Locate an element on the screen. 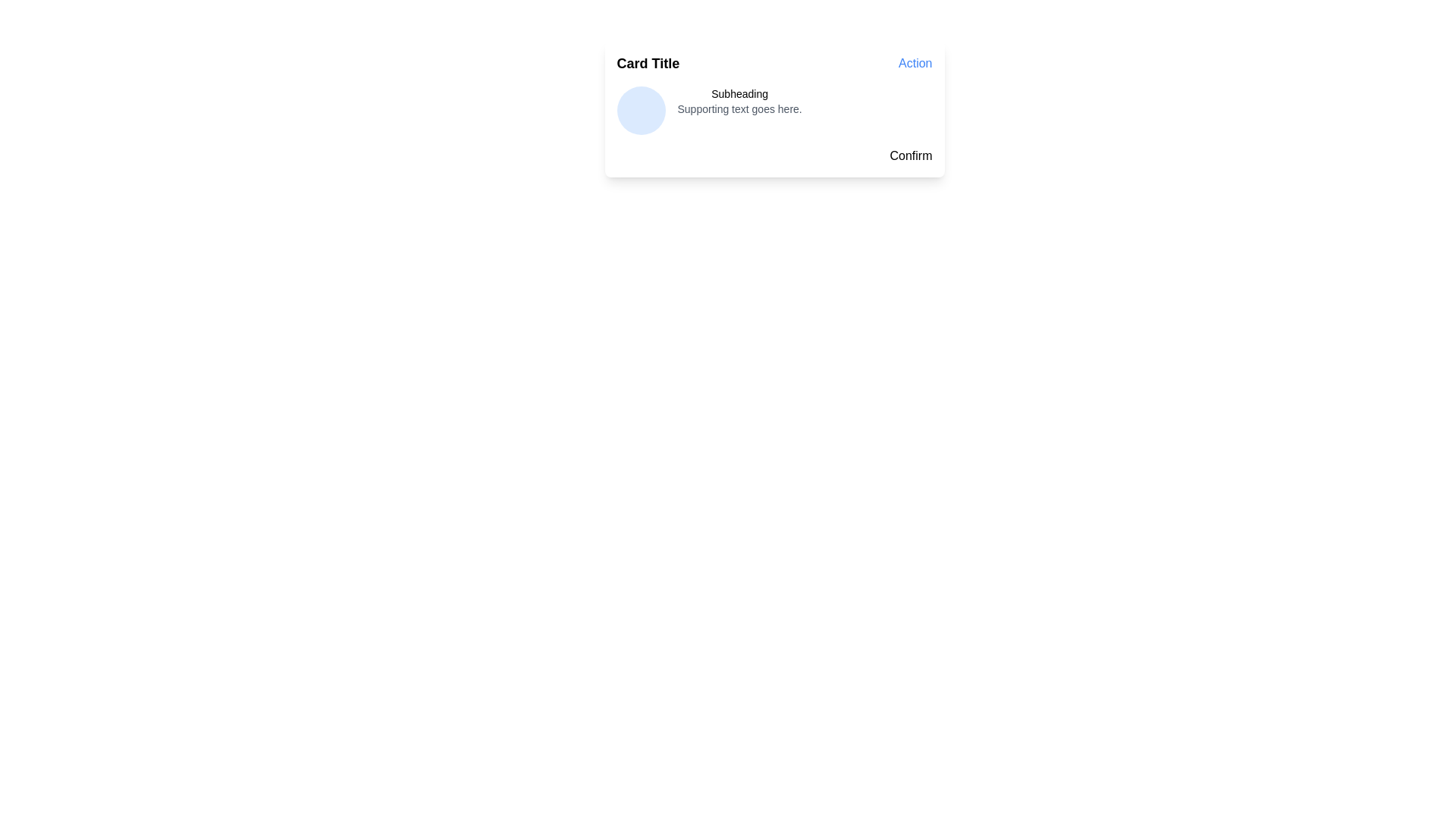  the button or link located in the top-right section of the card component titled 'Card Title' is located at coordinates (915, 63).